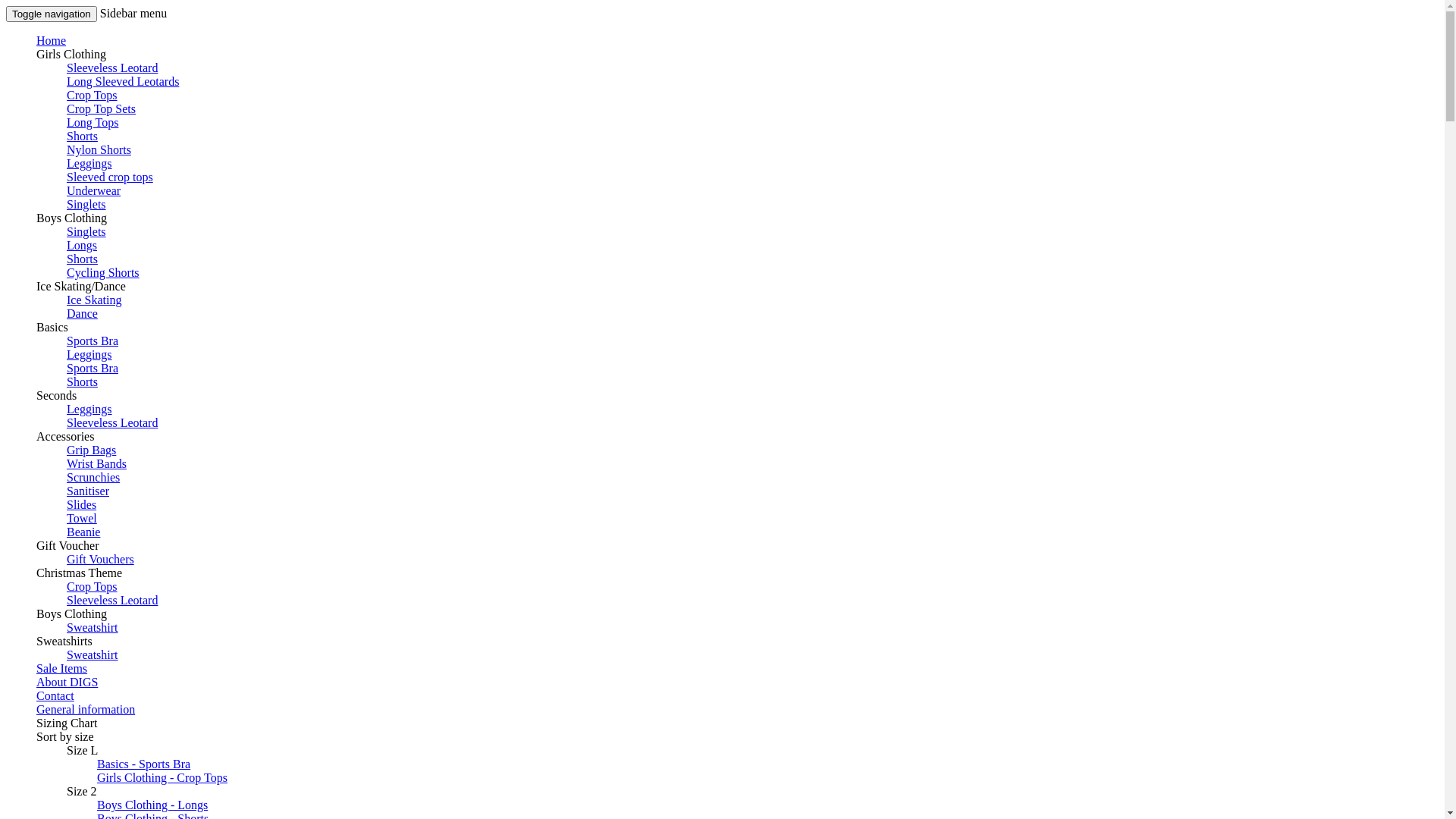 This screenshot has width=1456, height=819. What do you see at coordinates (111, 422) in the screenshot?
I see `'Sleeveless Leotard'` at bounding box center [111, 422].